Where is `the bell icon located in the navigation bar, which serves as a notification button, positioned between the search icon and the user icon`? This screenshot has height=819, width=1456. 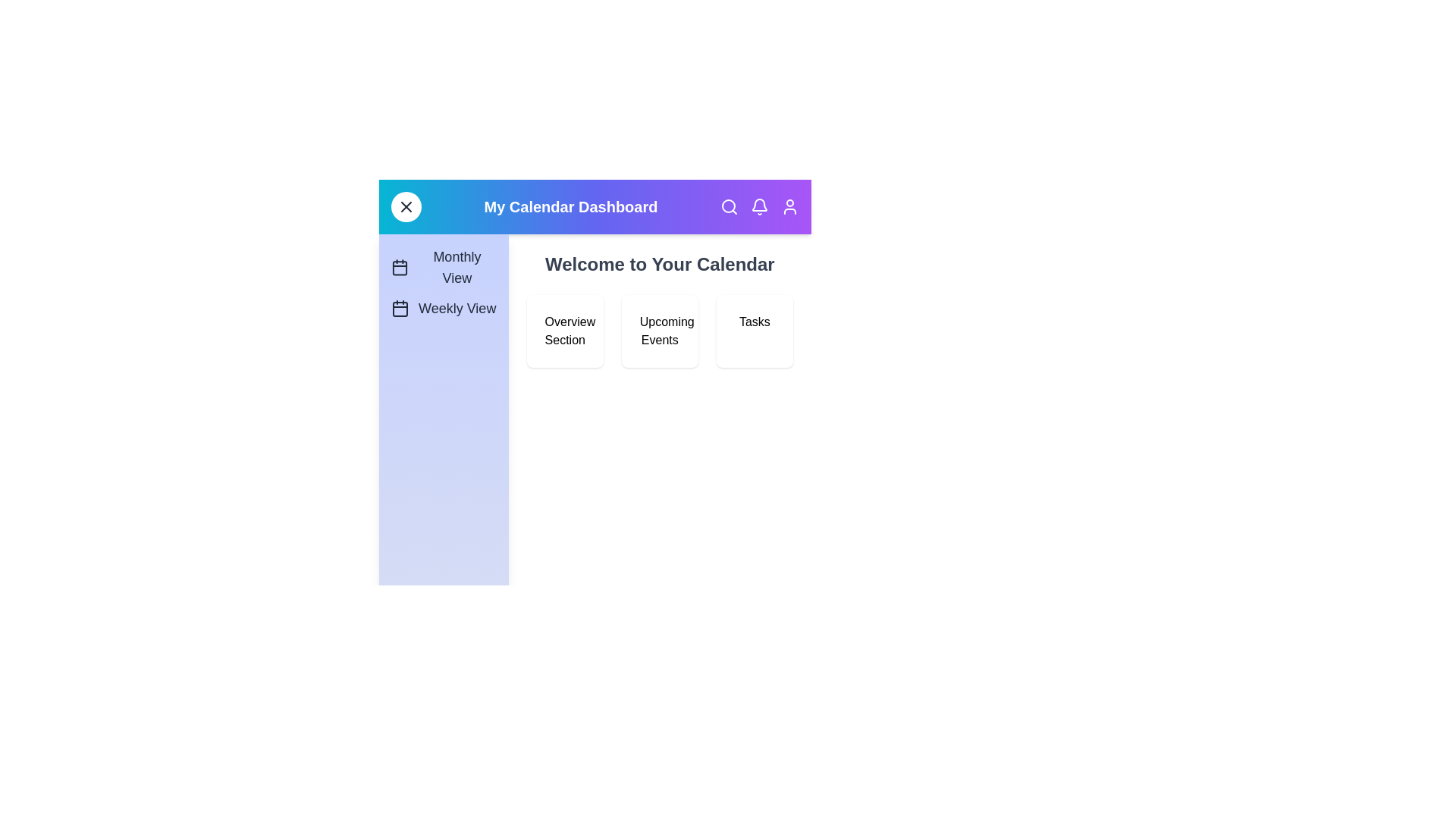 the bell icon located in the navigation bar, which serves as a notification button, positioned between the search icon and the user icon is located at coordinates (760, 207).